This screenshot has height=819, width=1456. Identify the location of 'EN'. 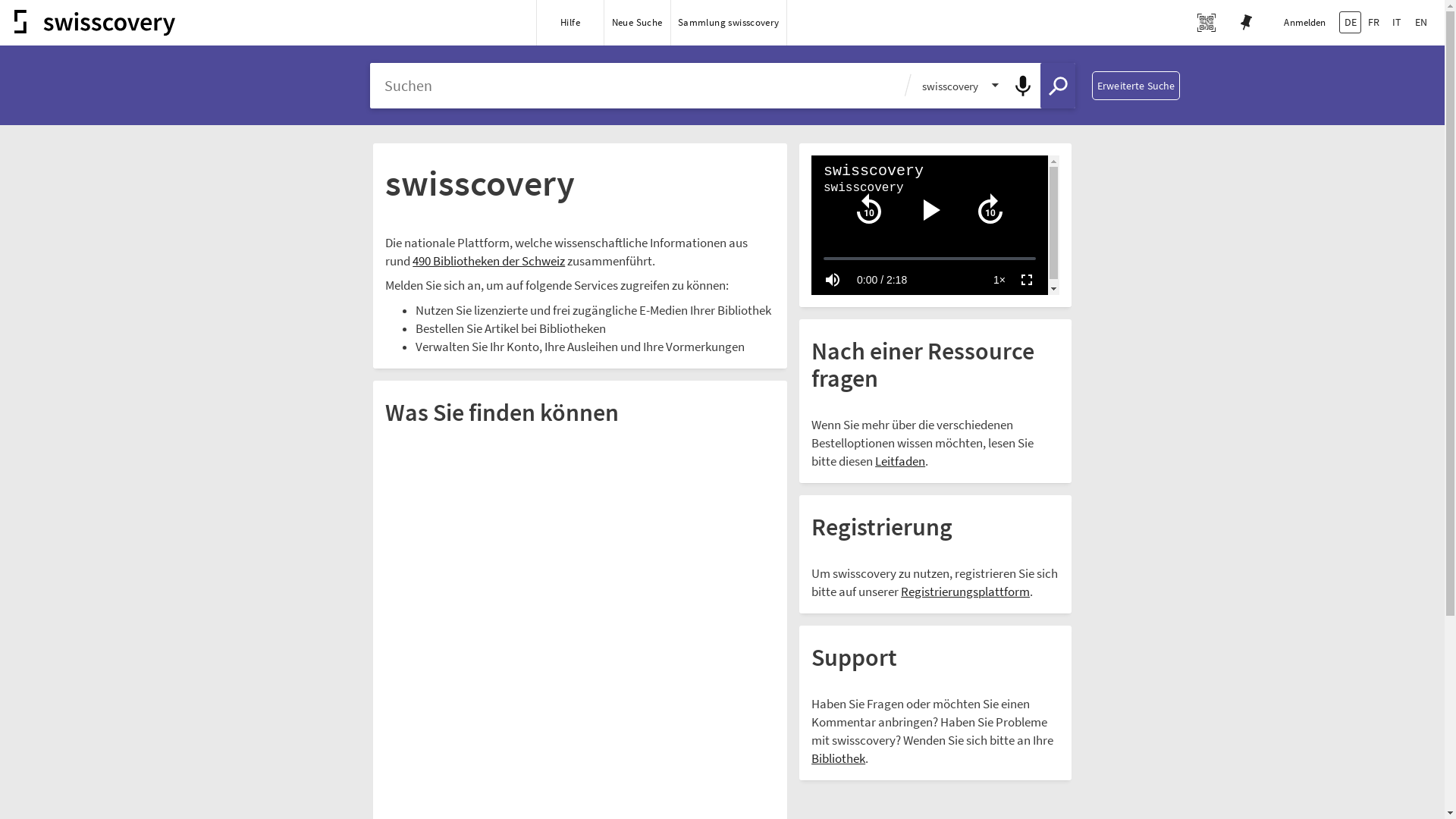
(1420, 22).